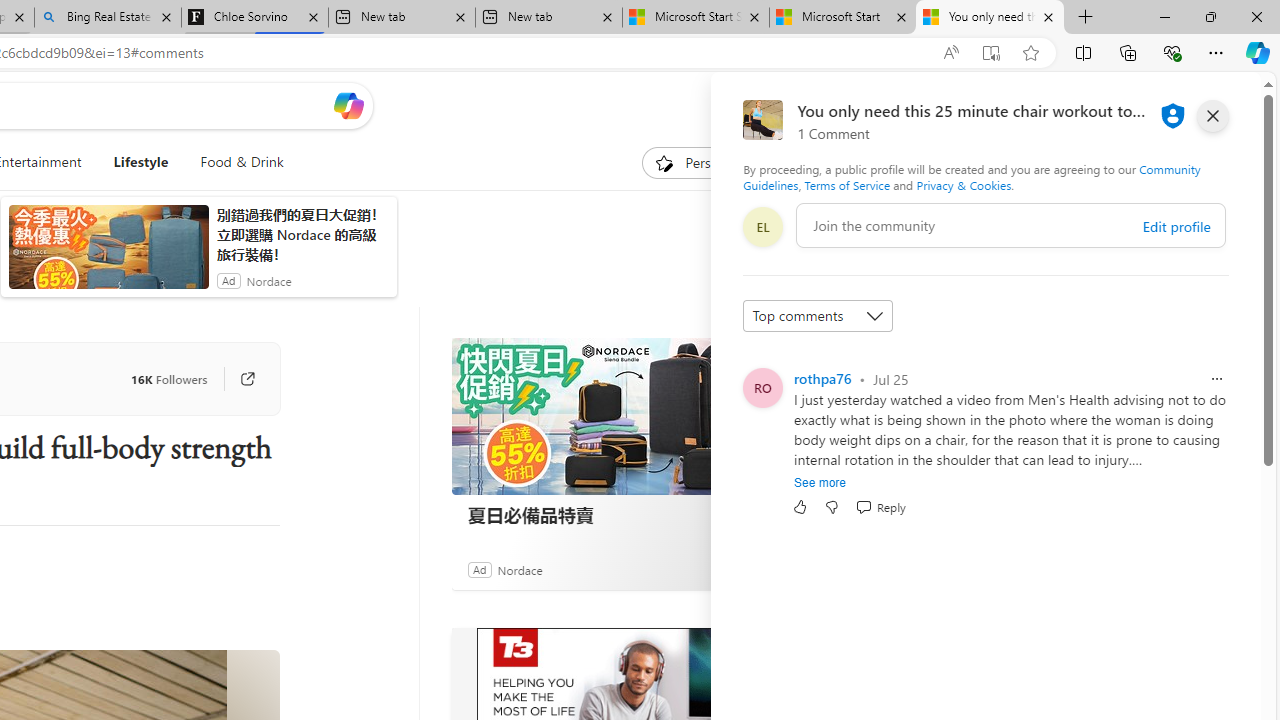  What do you see at coordinates (106, 17) in the screenshot?
I see `'Bing Real Estate - Home sales and rental listings'` at bounding box center [106, 17].